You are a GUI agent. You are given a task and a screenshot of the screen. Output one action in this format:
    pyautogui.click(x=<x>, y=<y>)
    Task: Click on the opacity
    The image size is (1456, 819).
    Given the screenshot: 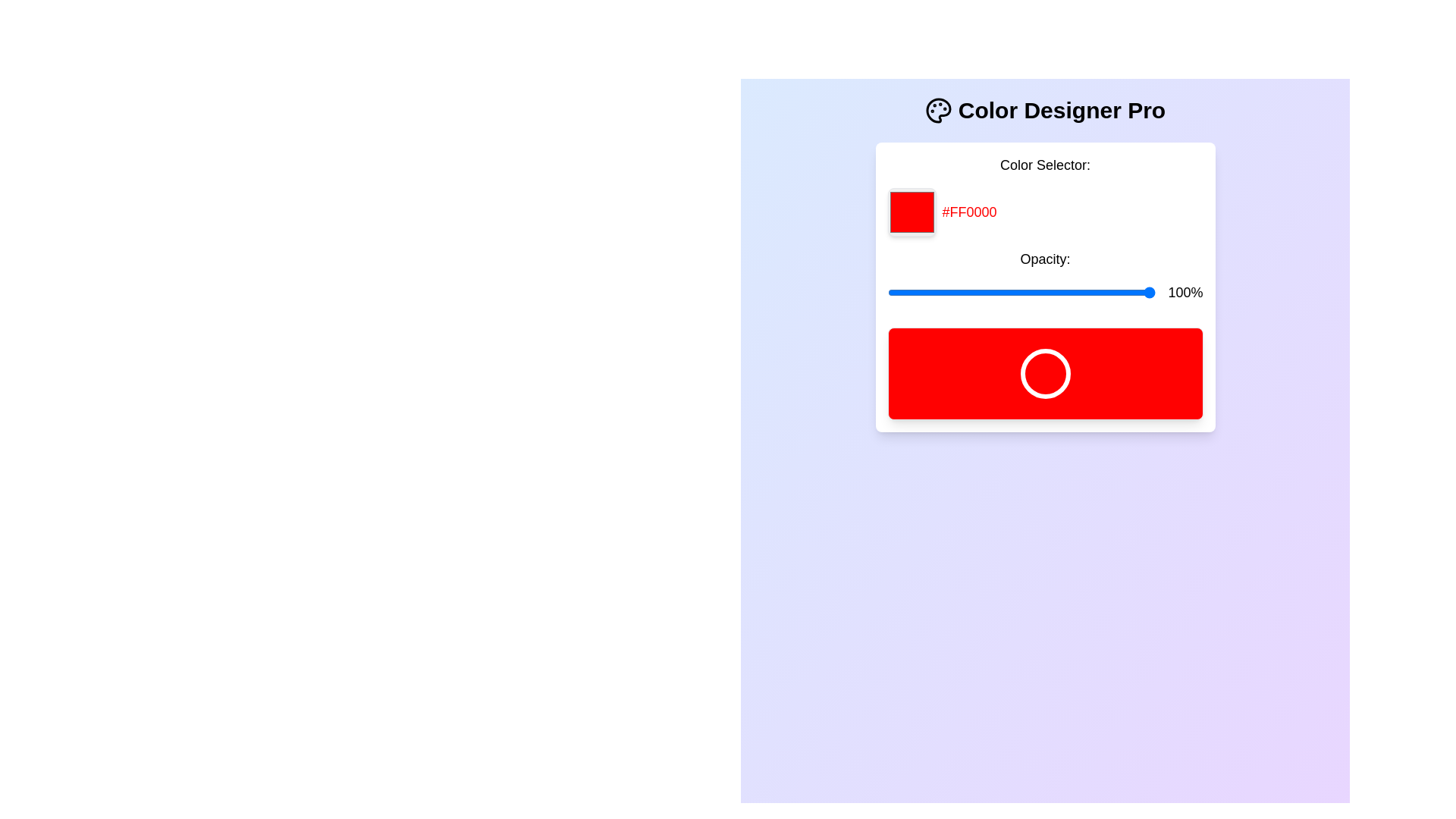 What is the action you would take?
    pyautogui.click(x=1118, y=292)
    